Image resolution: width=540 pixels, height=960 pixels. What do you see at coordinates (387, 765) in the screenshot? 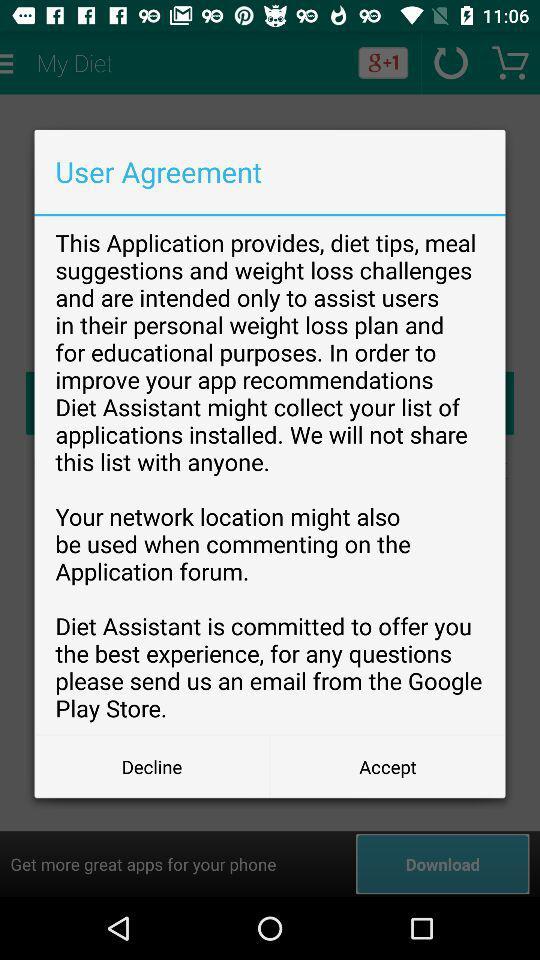
I see `icon to the right of the decline item` at bounding box center [387, 765].